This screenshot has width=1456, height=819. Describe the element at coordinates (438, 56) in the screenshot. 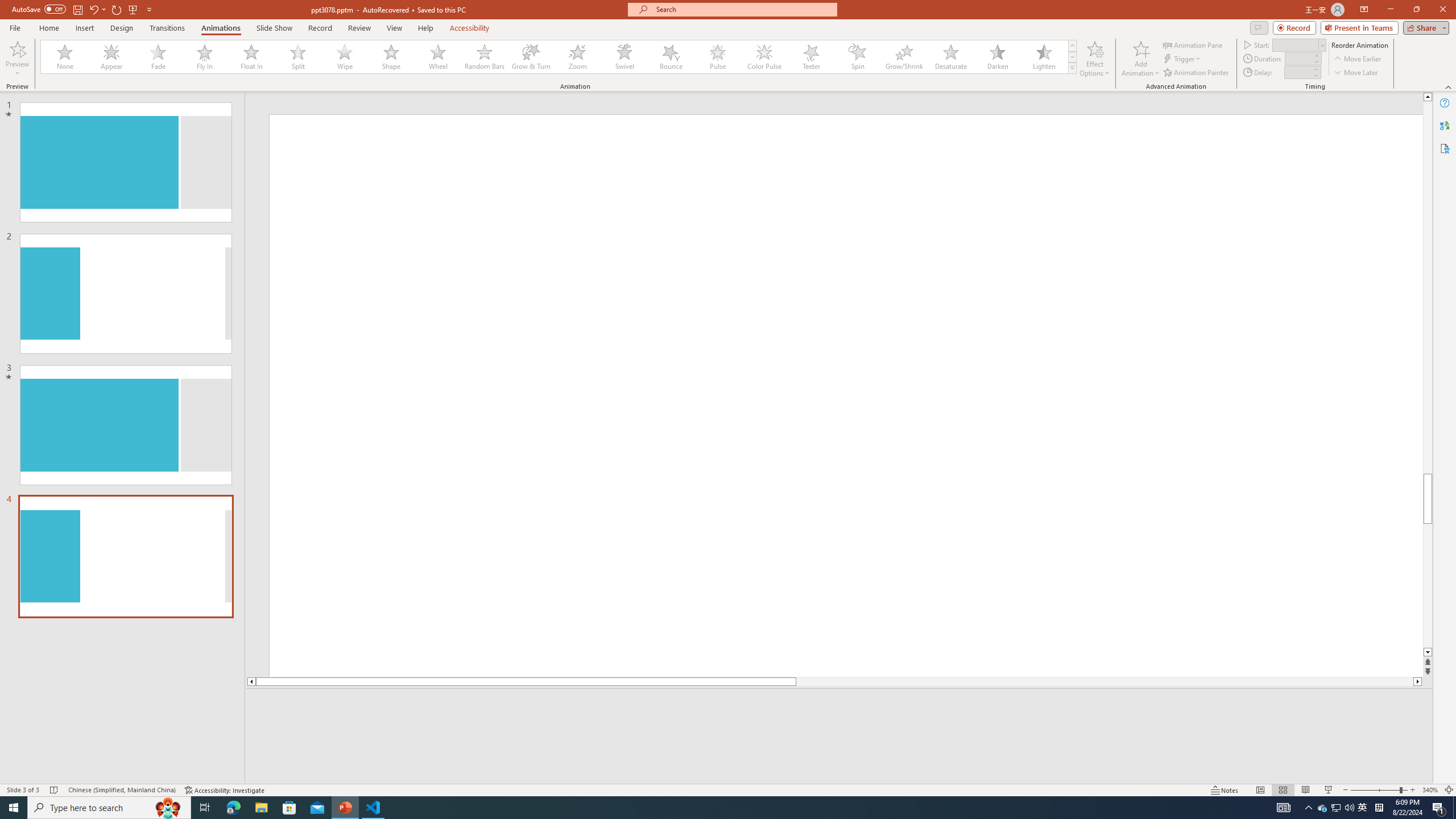

I see `'Wheel'` at that location.